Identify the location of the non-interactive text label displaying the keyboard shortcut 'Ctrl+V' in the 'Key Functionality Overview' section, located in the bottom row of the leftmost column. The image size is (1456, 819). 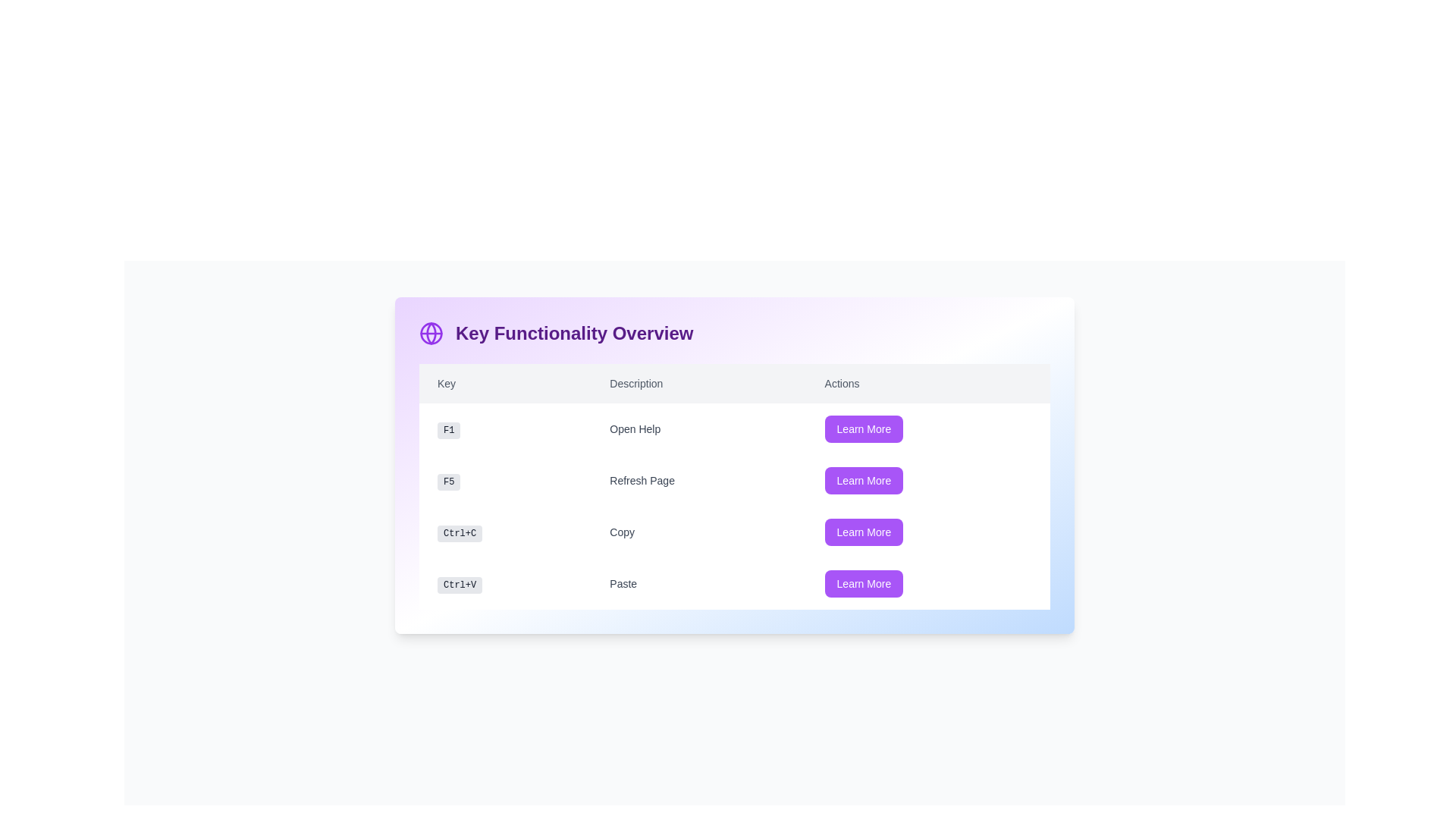
(459, 584).